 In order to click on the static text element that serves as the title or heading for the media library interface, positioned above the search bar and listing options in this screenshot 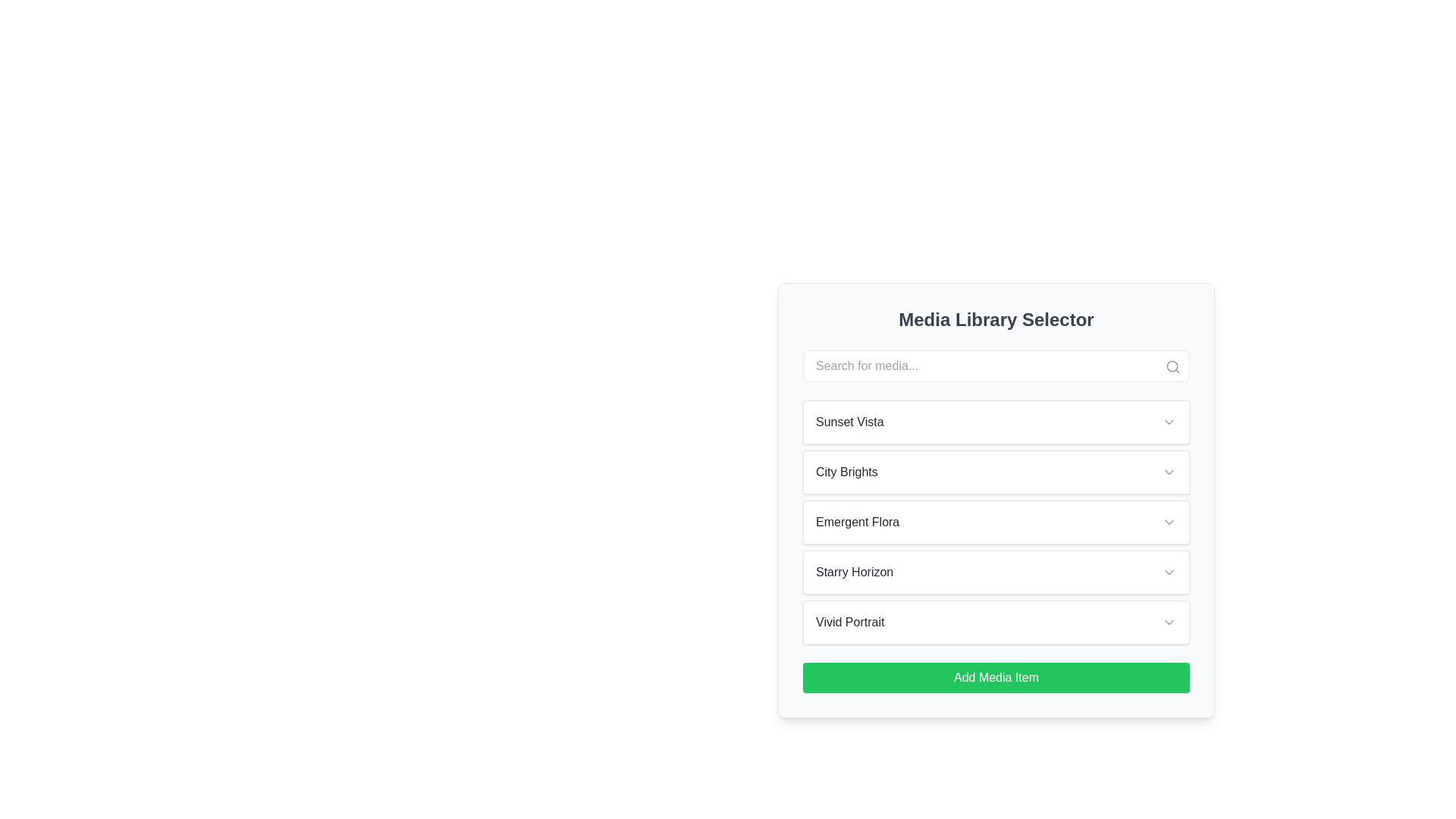, I will do `click(996, 318)`.